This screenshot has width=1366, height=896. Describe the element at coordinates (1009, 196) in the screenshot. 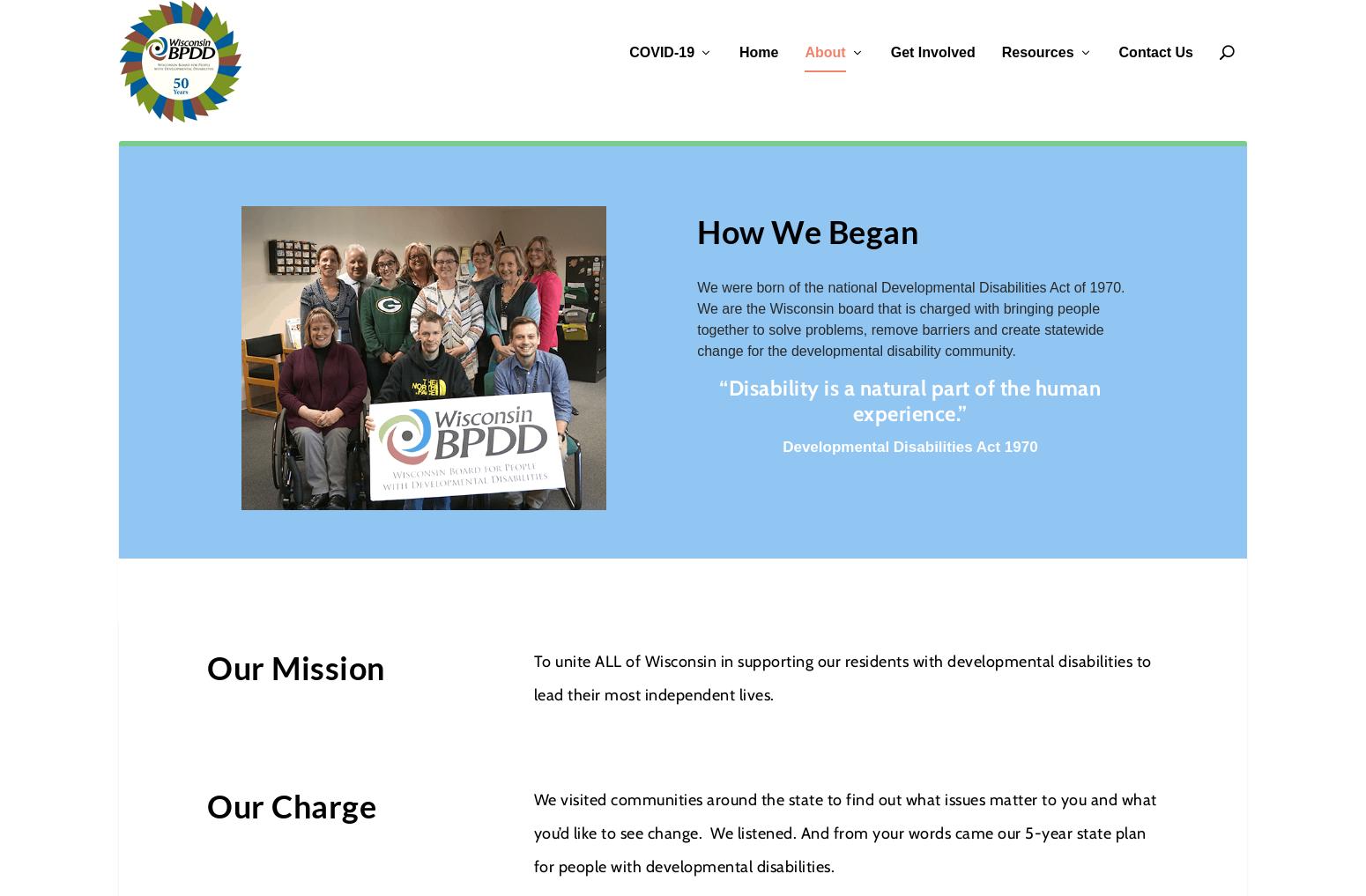

I see `'What’s the Word?'` at that location.